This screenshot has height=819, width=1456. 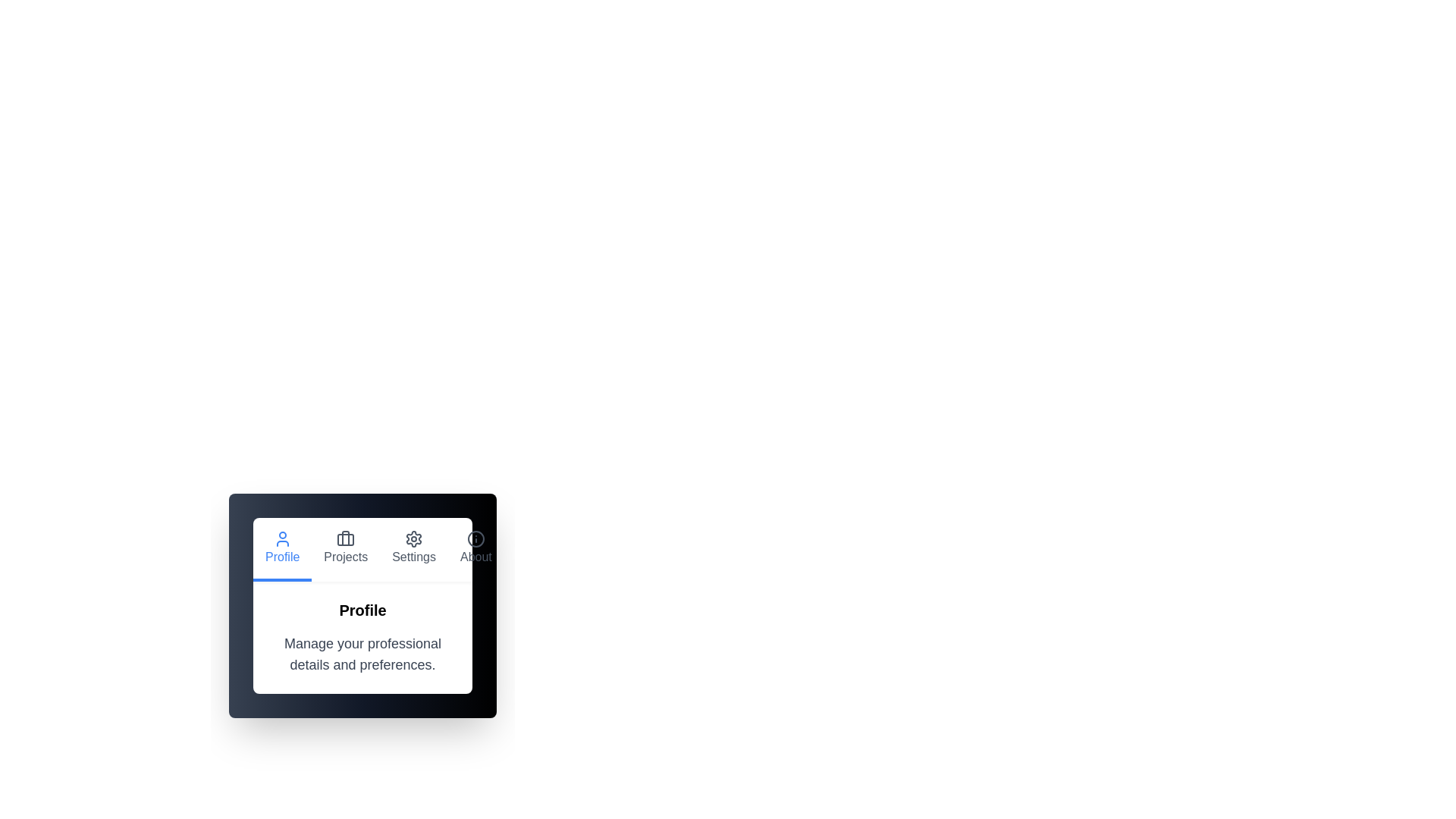 What do you see at coordinates (475, 550) in the screenshot?
I see `the tab button labeled About` at bounding box center [475, 550].